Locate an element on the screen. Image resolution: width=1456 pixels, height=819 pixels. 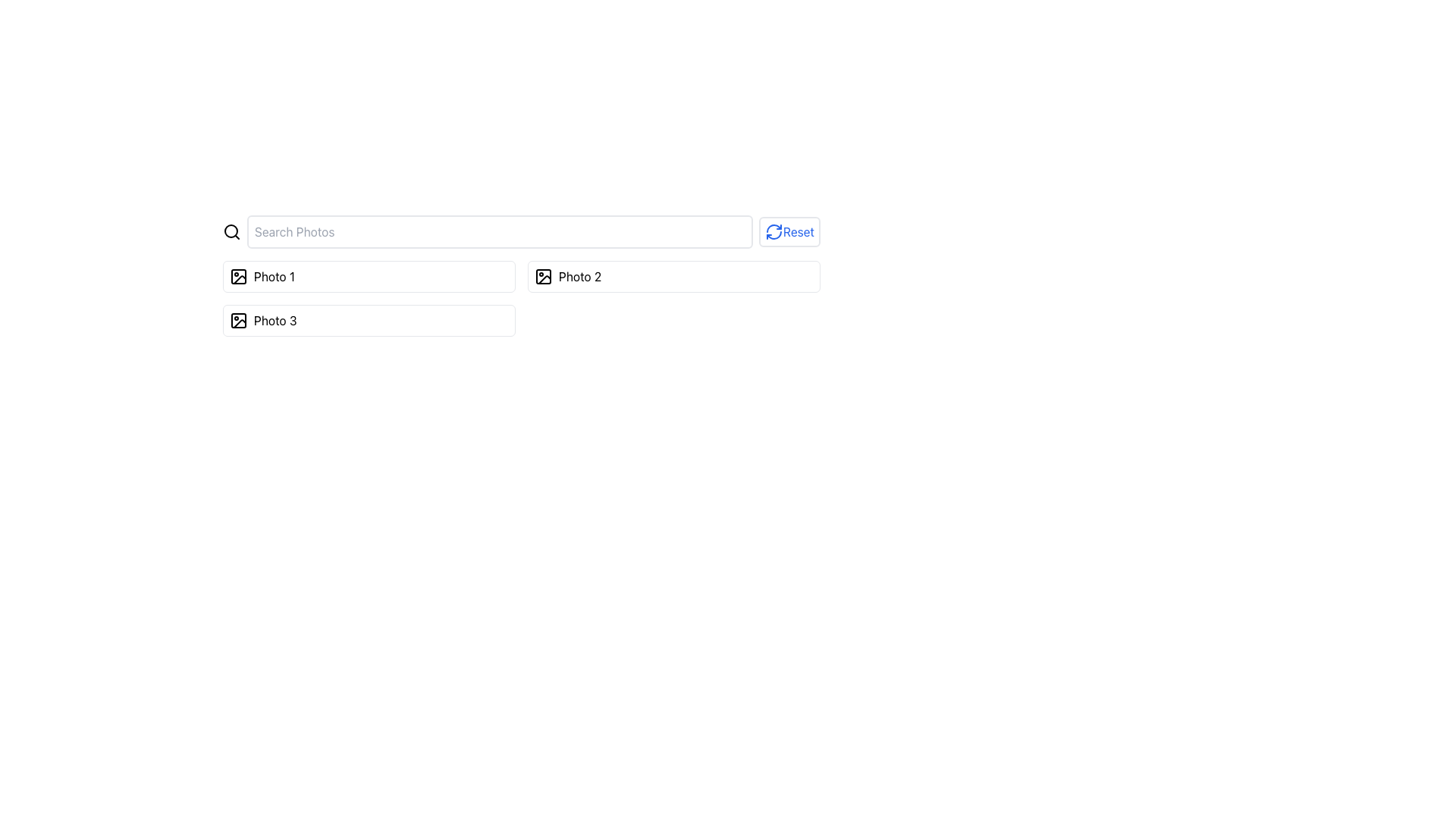
the rectangular vector graphic element associated with the 'Photo 2' label, which is part of a vertical list of photo icons is located at coordinates (543, 277).